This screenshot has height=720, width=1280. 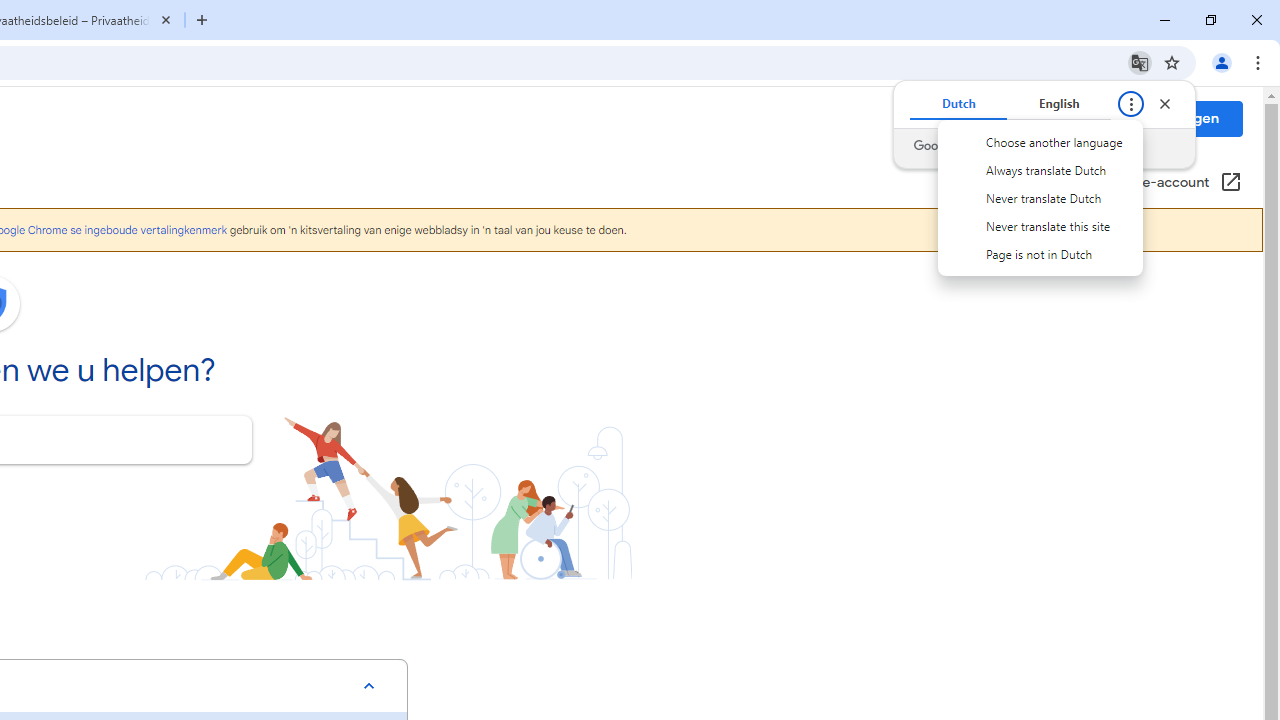 What do you see at coordinates (1040, 169) in the screenshot?
I see `'Always translate Dutch'` at bounding box center [1040, 169].